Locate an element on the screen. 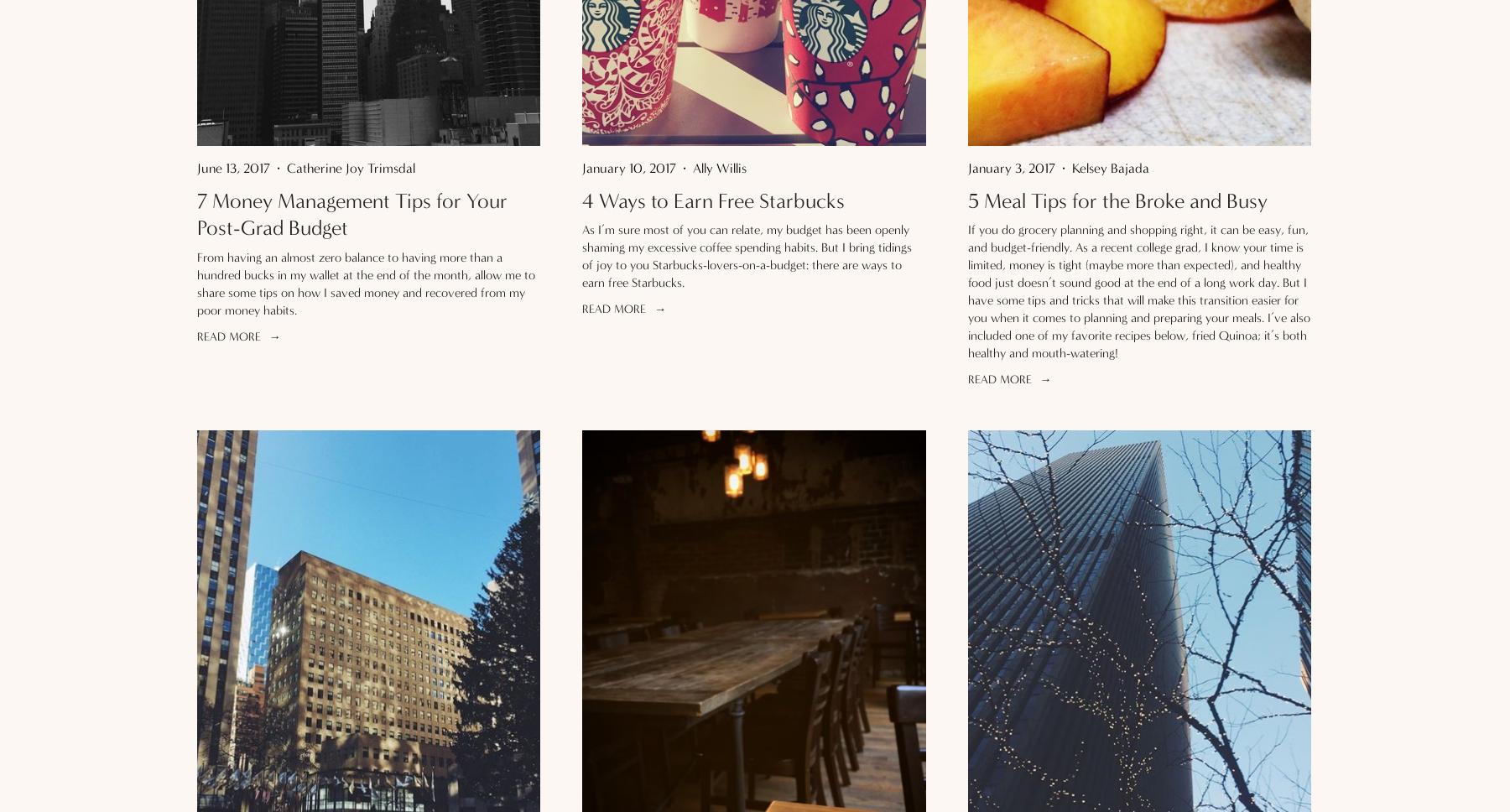 This screenshot has height=812, width=1510. 'If you do grocery planning and shopping right, it can be easy, fun, and budget-friendly. As a recent college grad, I know your time is limited, money is tight (maybe more than expected), and healthy food just doesn’t sound good at the end of a long work day. But I have some tips and tricks that will make this transition easier for you when it comes to planning and preparing your meals. I’ve also included one of my favorite recipes below, fried Quinoa; it’s both healthy and mouth-watering!' is located at coordinates (1138, 291).